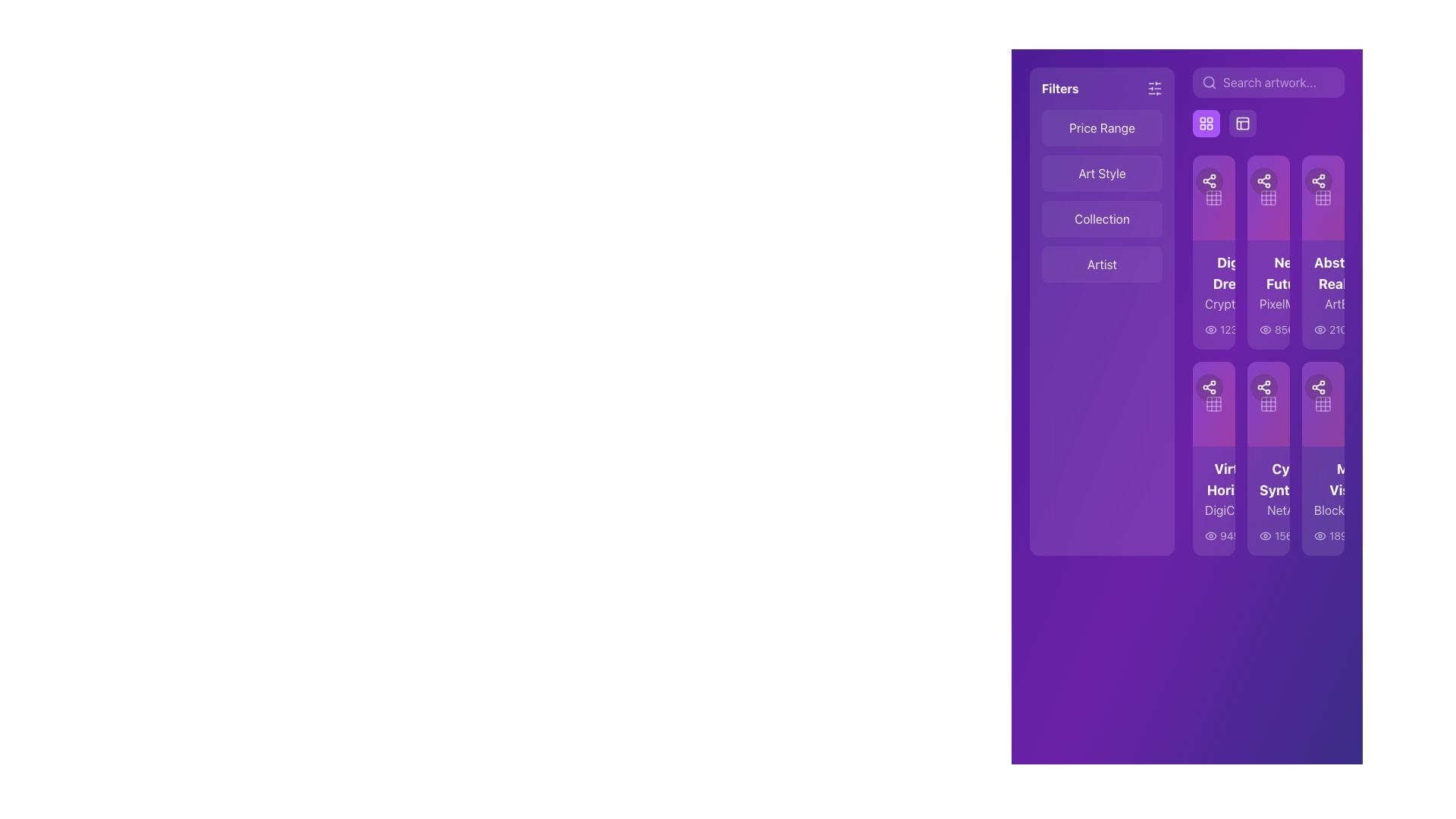  I want to click on the visibility icon located leftmost in the group containing the text '2100' in the third horizontal card of the right-hand grid structure, so click(1319, 329).